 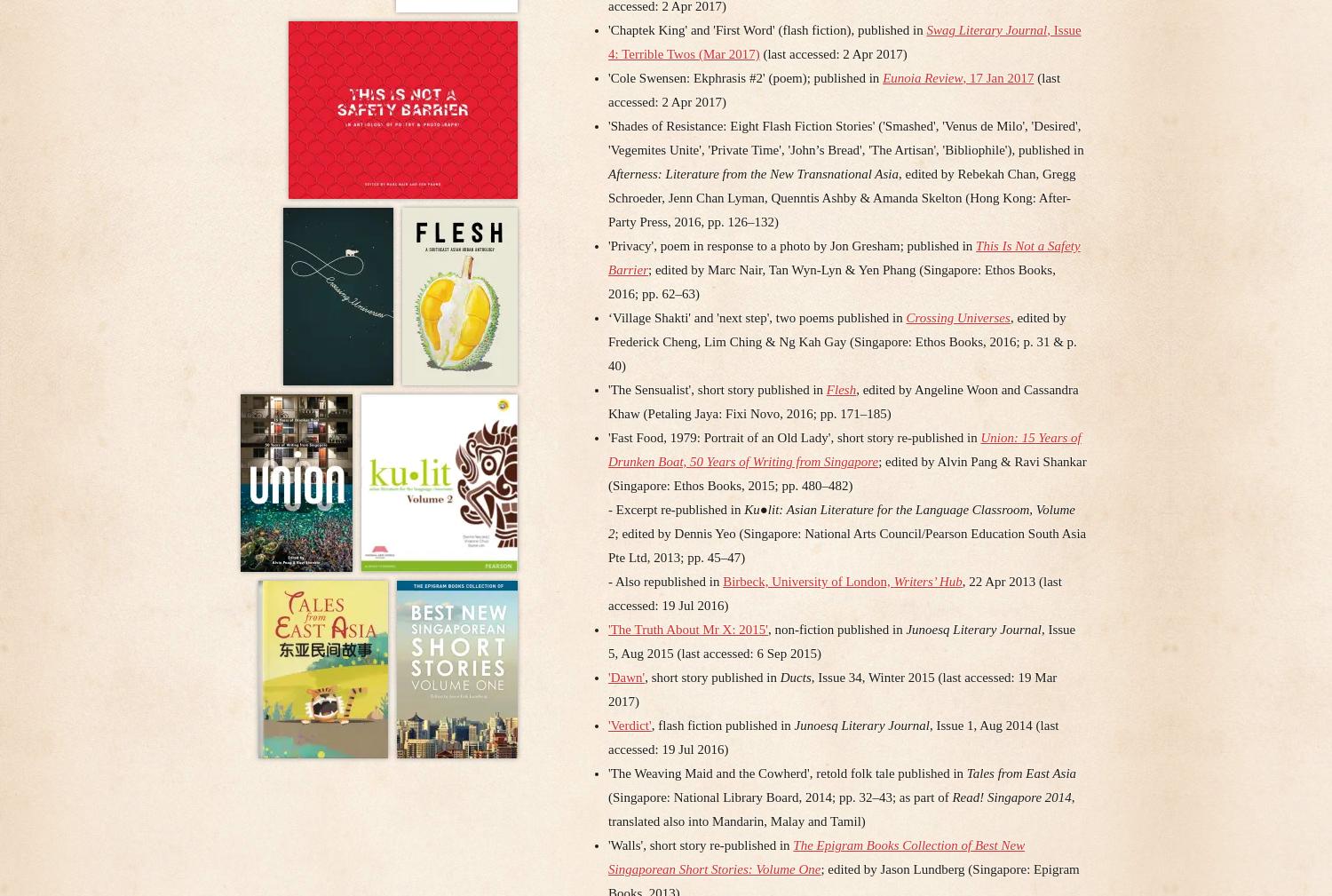 I want to click on ''The Weaving Maid and the Cowherd', retold folk tale published in', so click(x=787, y=773).